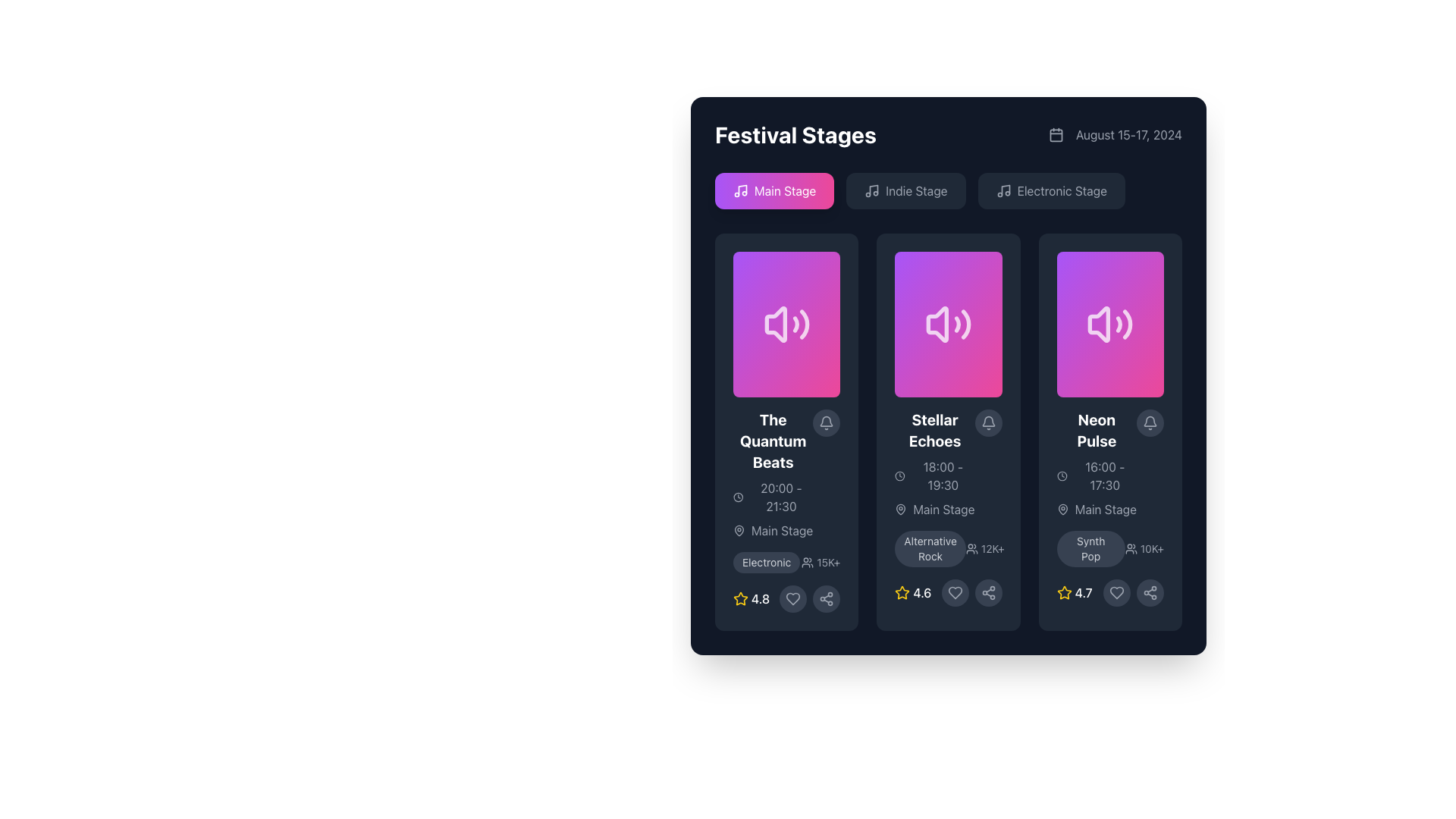 The height and width of the screenshot is (819, 1456). What do you see at coordinates (934, 463) in the screenshot?
I see `the text block titled 'Stellar Echoes' which contains a timestamp and is part of a dark-themed card design located in the center of the second card from the left` at bounding box center [934, 463].